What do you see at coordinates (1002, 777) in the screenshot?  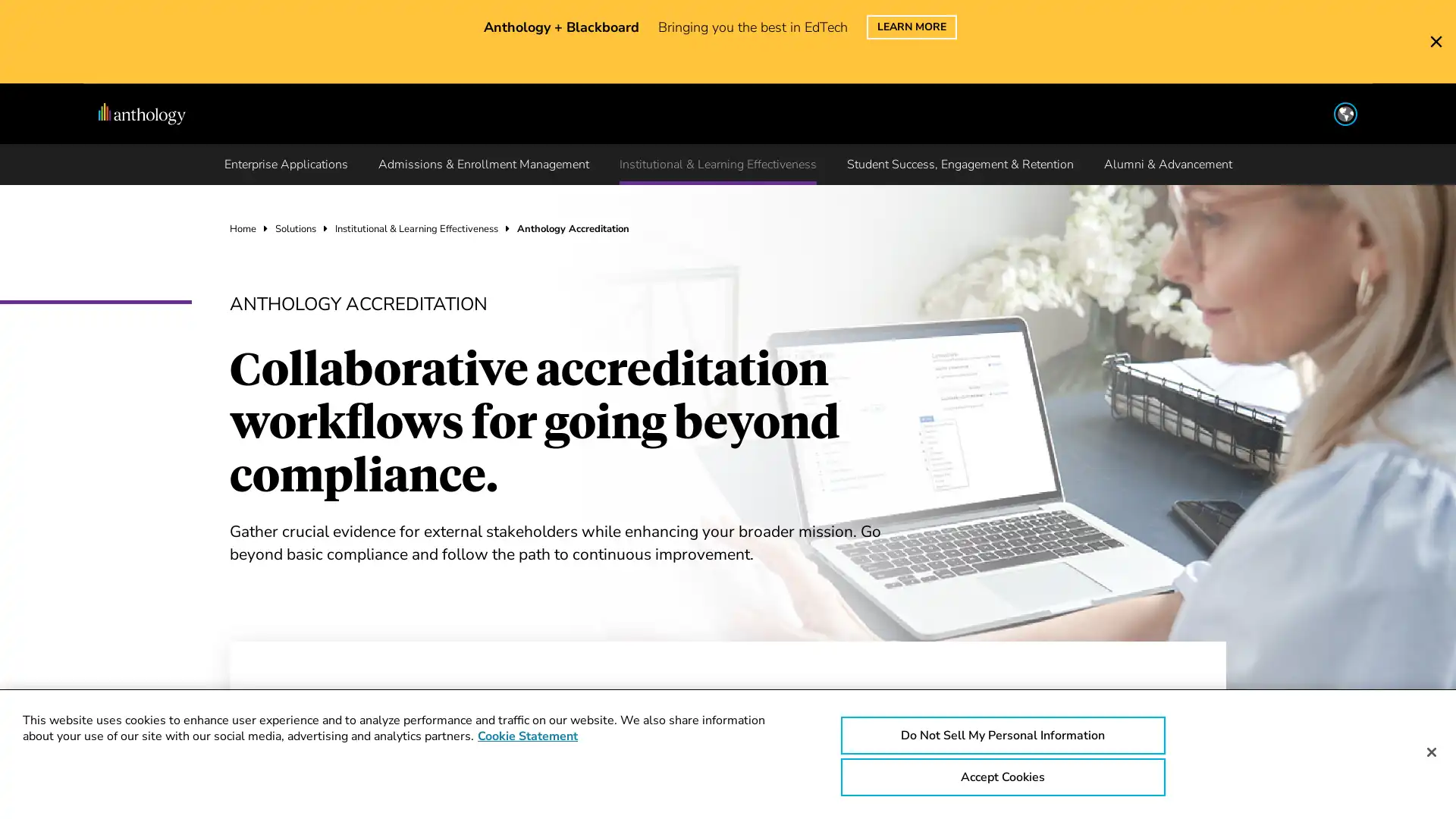 I see `Accept Cookies` at bounding box center [1002, 777].